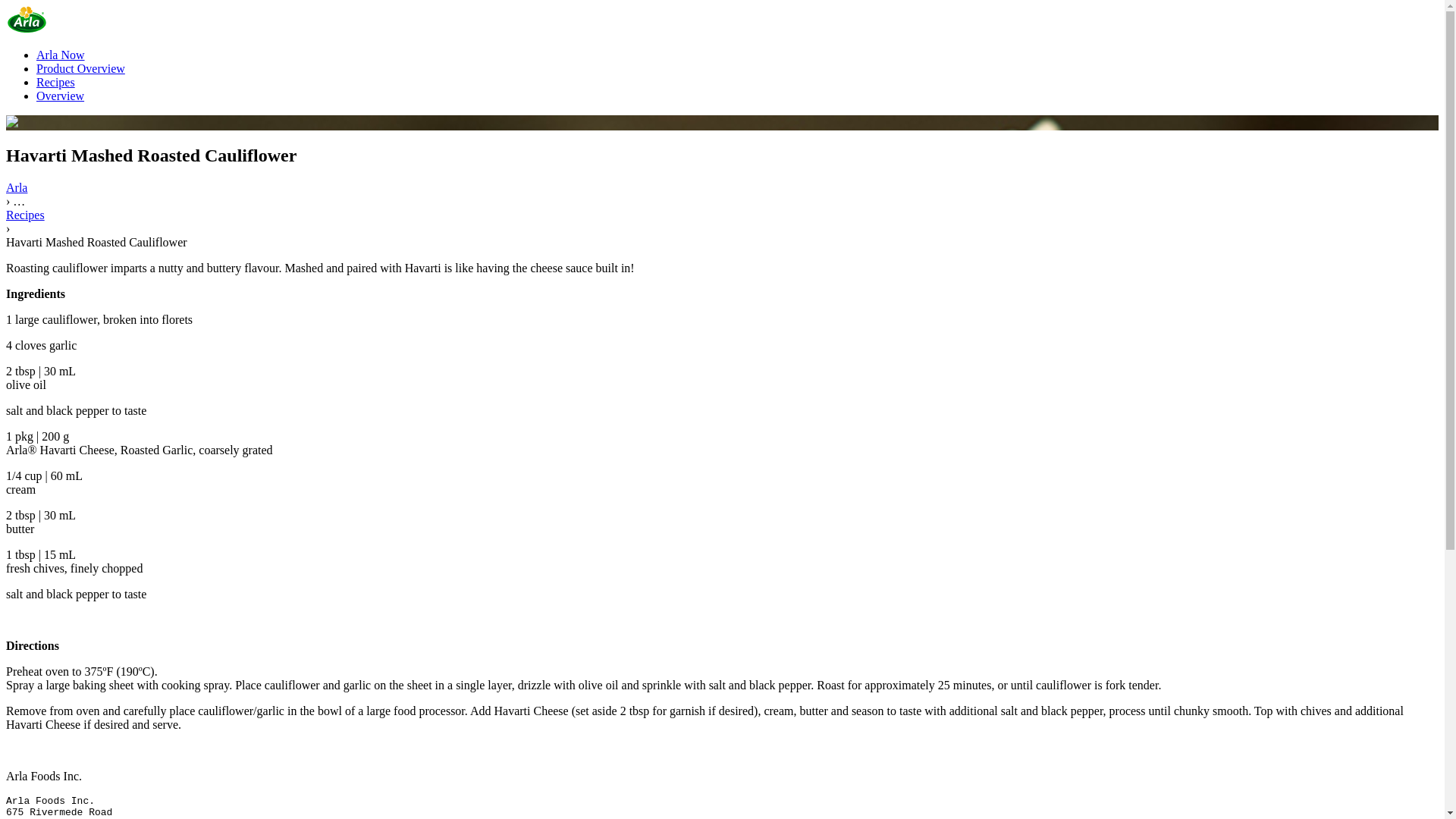 The width and height of the screenshot is (1456, 819). What do you see at coordinates (25, 215) in the screenshot?
I see `'Recipes'` at bounding box center [25, 215].